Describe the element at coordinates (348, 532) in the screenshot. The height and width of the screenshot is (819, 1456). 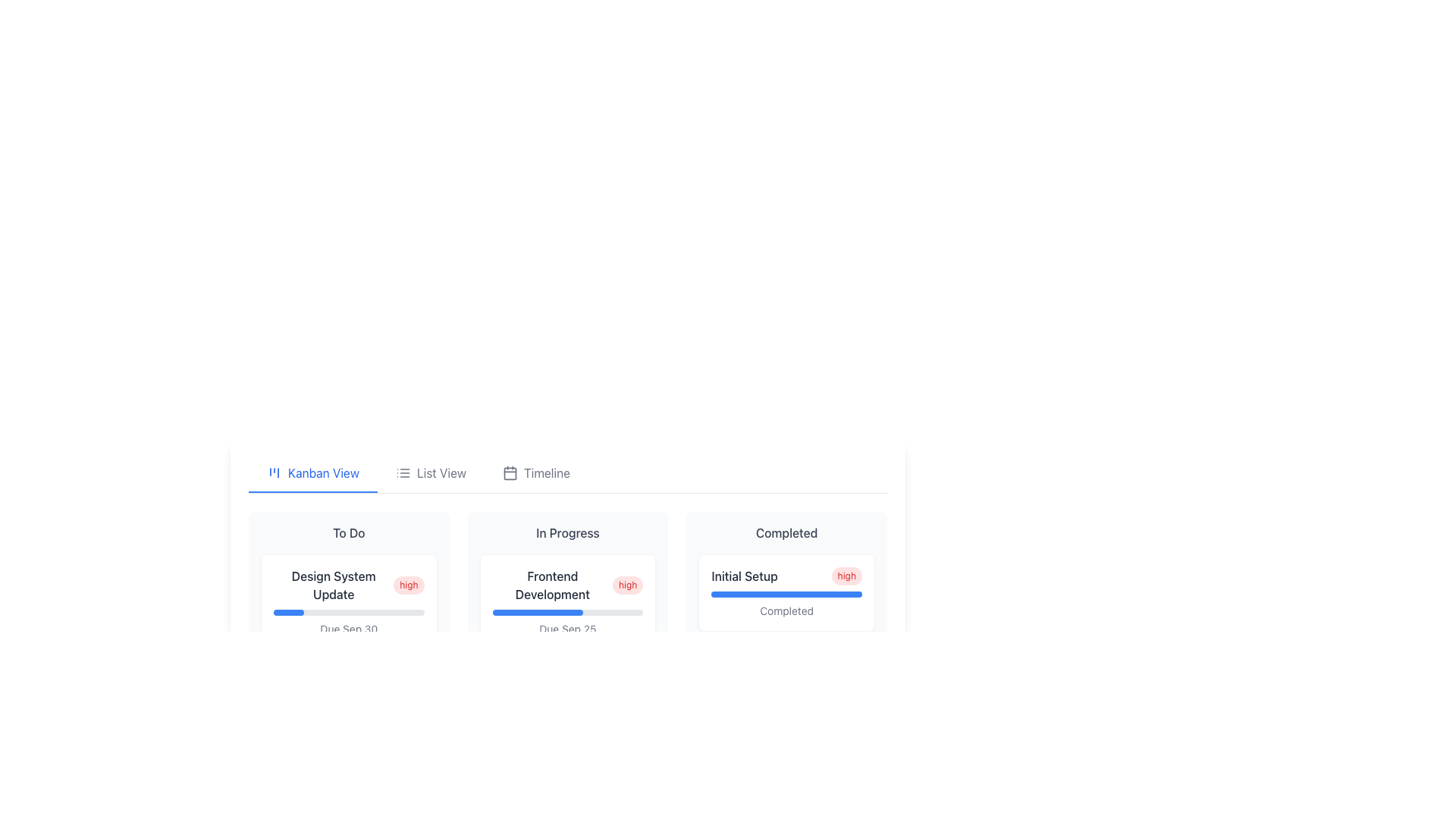
I see `the 'To Do' label, which is the header for the task list in the leftmost column of the Kanban board` at that location.